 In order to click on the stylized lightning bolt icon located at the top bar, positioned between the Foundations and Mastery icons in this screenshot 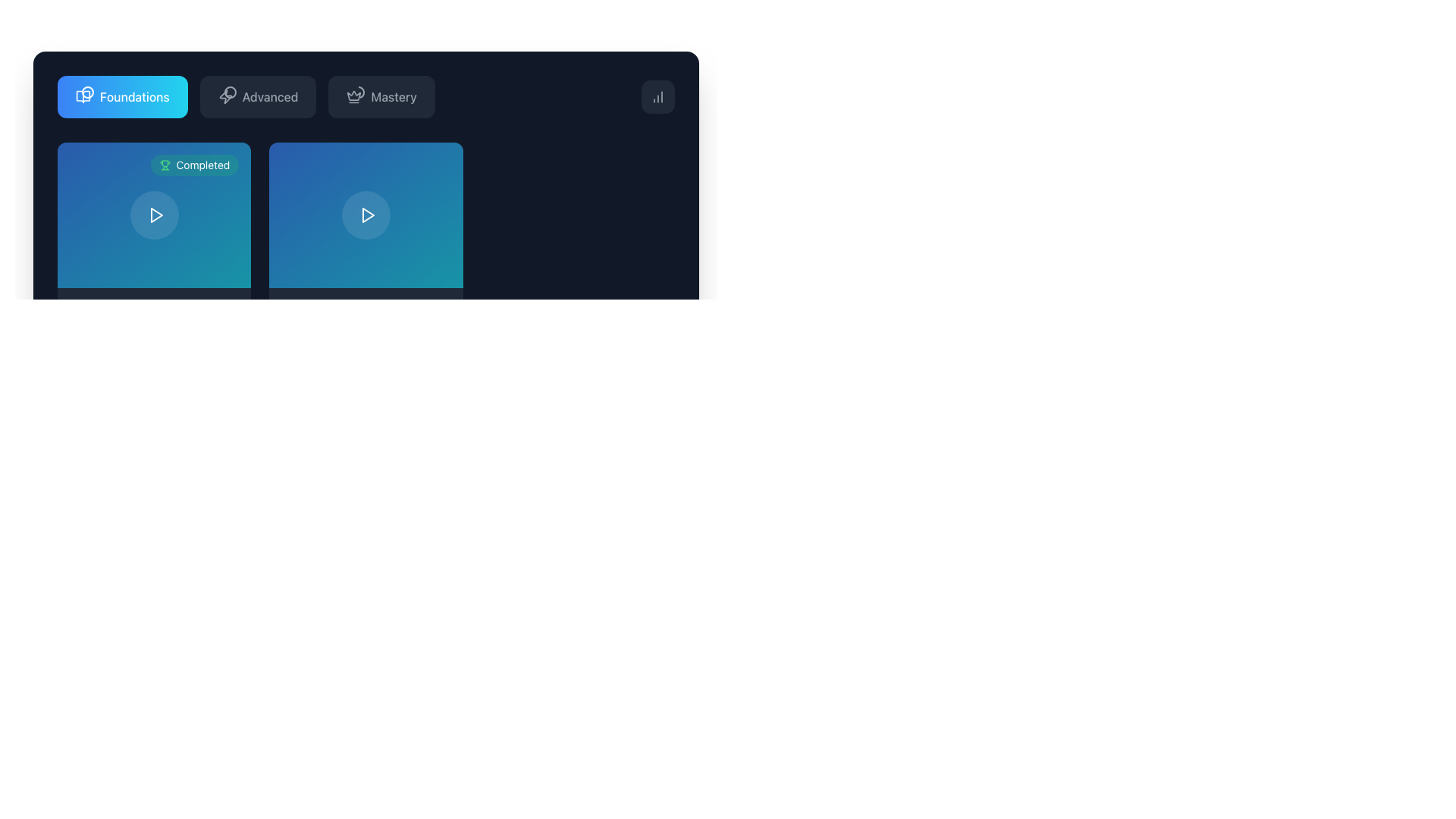, I will do `click(224, 96)`.